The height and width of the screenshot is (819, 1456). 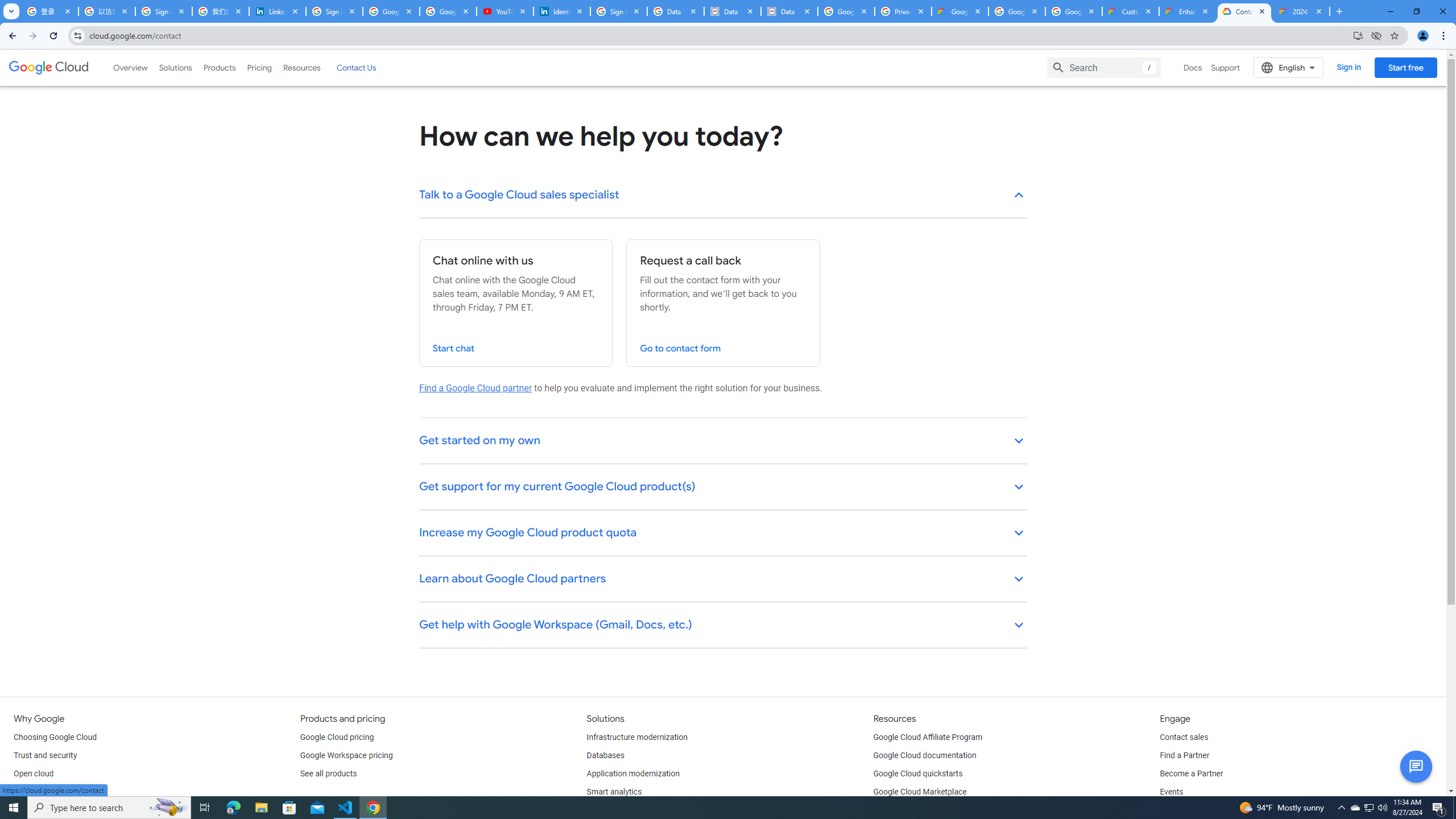 What do you see at coordinates (1131, 11) in the screenshot?
I see `'Customer Care | Google Cloud'` at bounding box center [1131, 11].